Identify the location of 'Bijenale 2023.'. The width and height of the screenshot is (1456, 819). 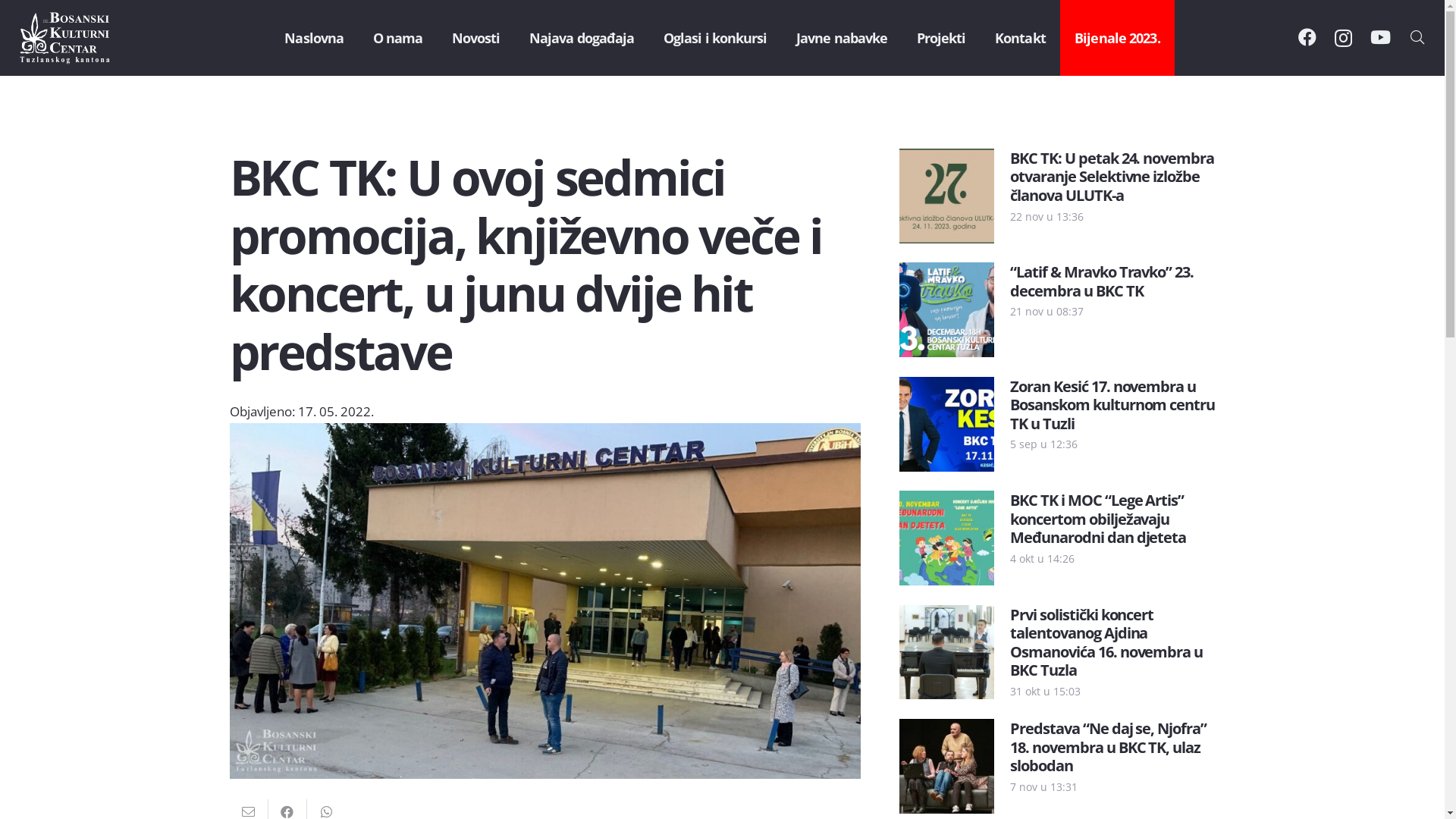
(1117, 37).